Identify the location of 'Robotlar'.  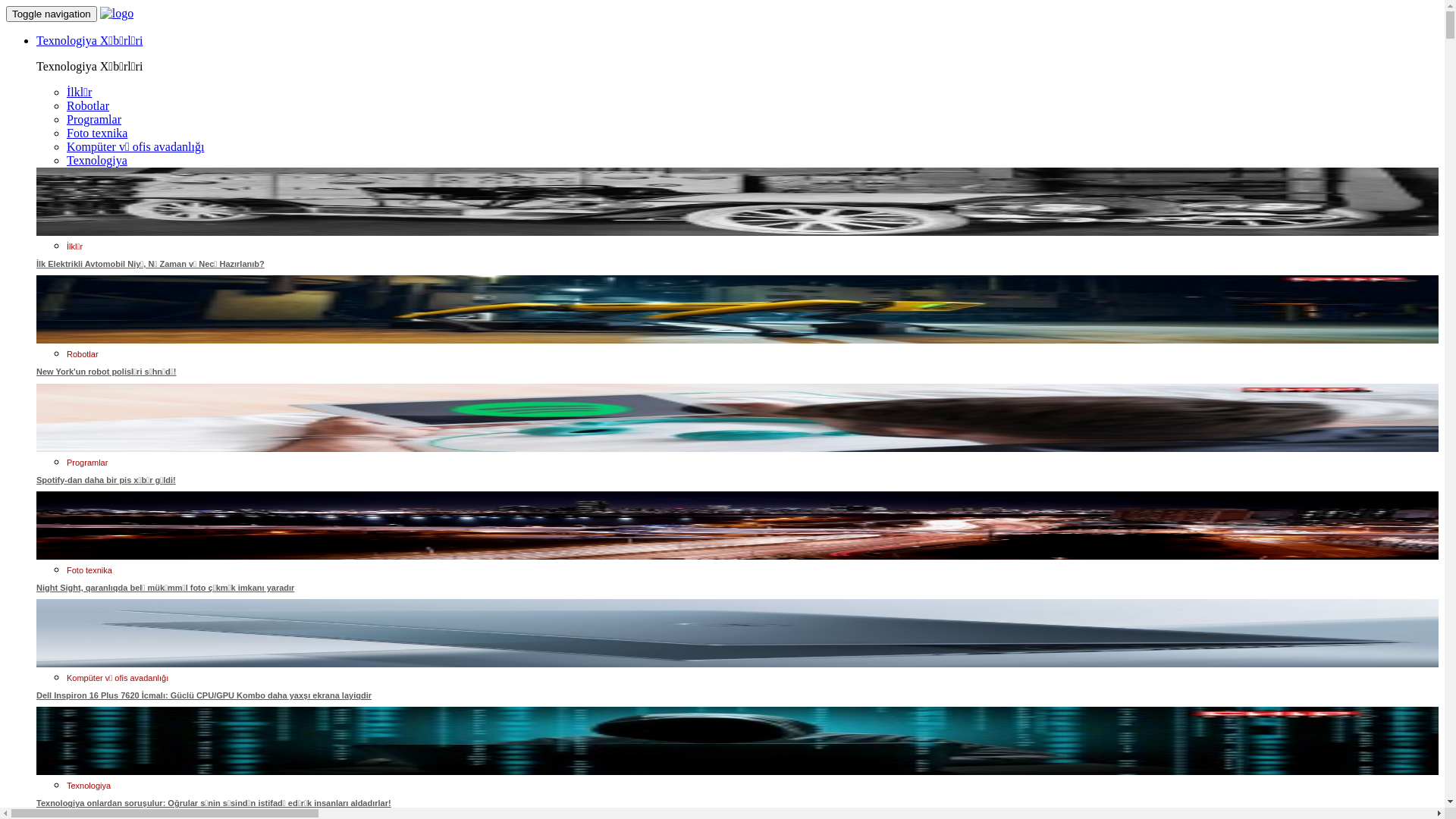
(82, 353).